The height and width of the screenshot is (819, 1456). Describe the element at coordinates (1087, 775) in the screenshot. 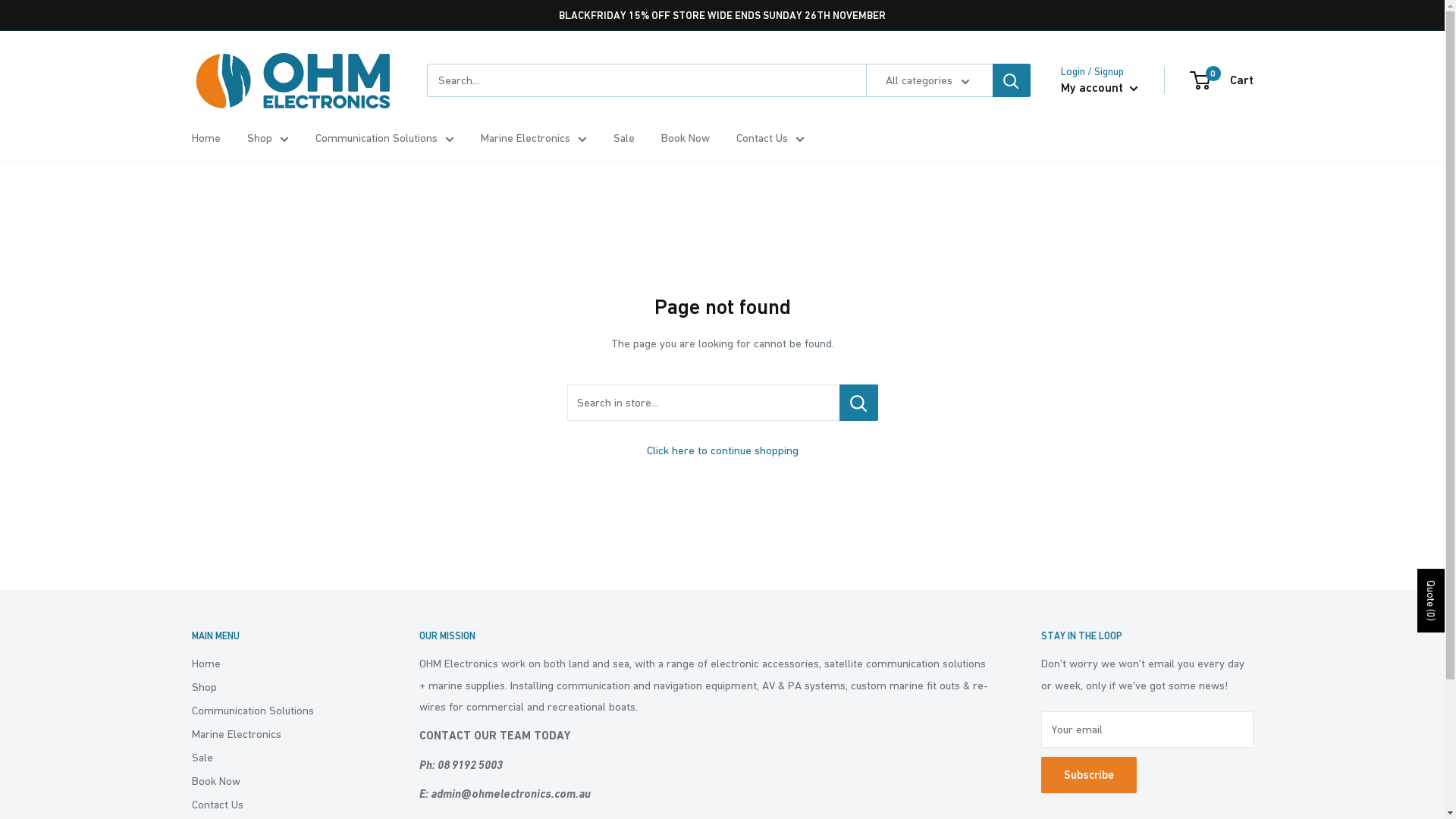

I see `'Subscribe'` at that location.